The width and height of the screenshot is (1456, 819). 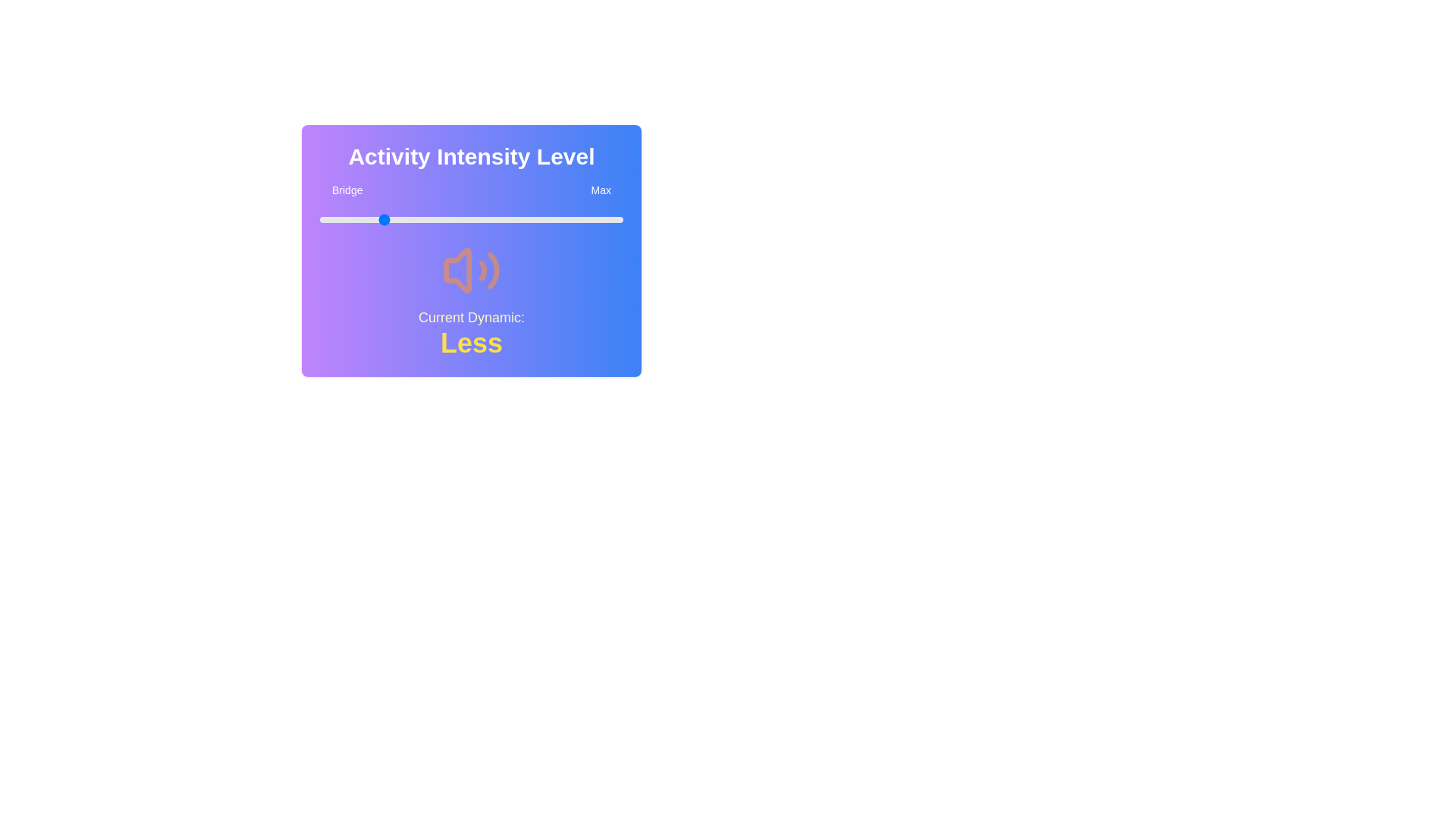 What do you see at coordinates (471, 219) in the screenshot?
I see `the slider to set the intensity level to 50%` at bounding box center [471, 219].